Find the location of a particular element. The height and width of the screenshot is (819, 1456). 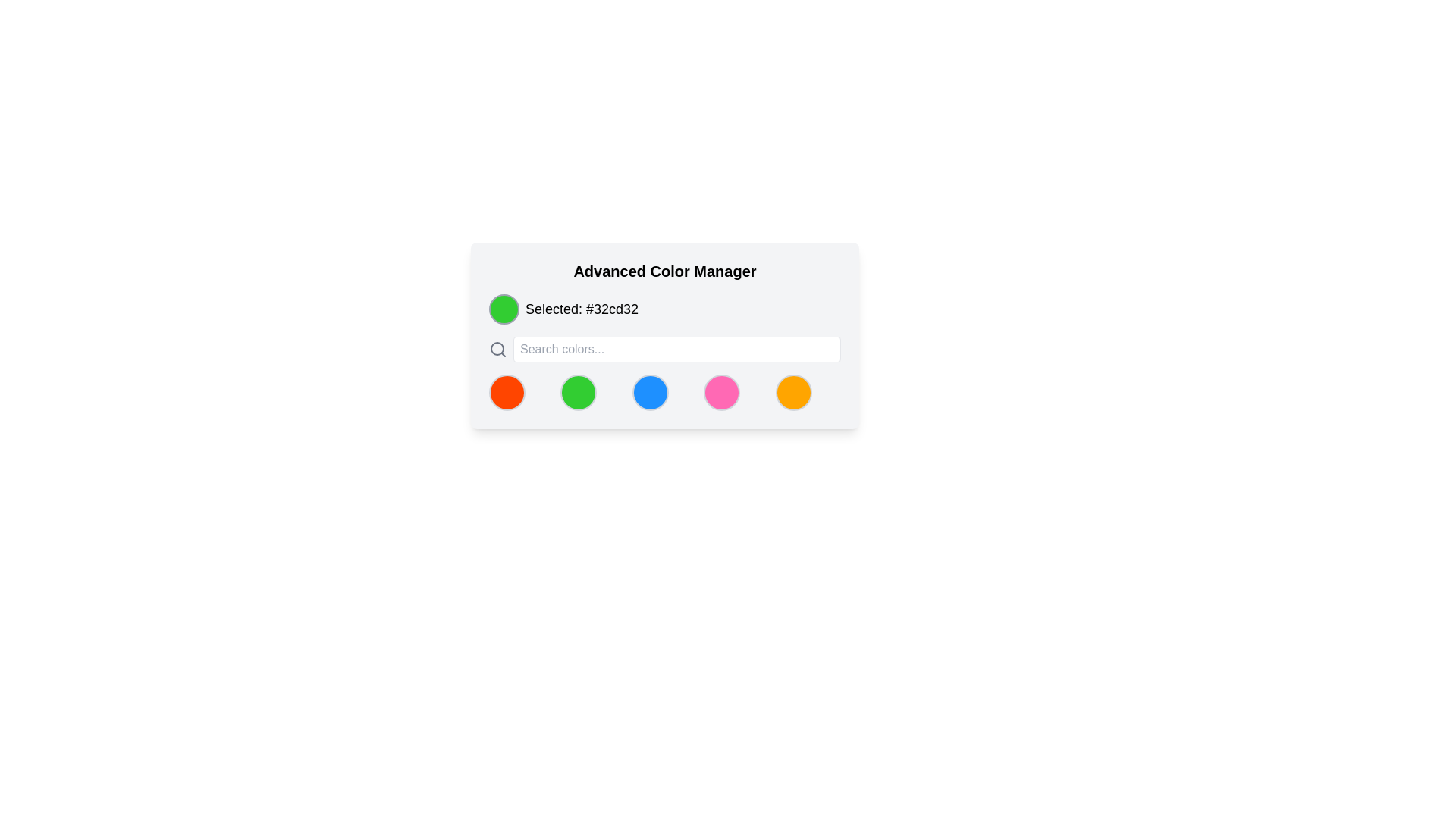

color information from the static text label displaying 'Selected: #32cd32', which is located next to a green circular color indicator in the 'Advanced Color Manager' panel is located at coordinates (581, 309).